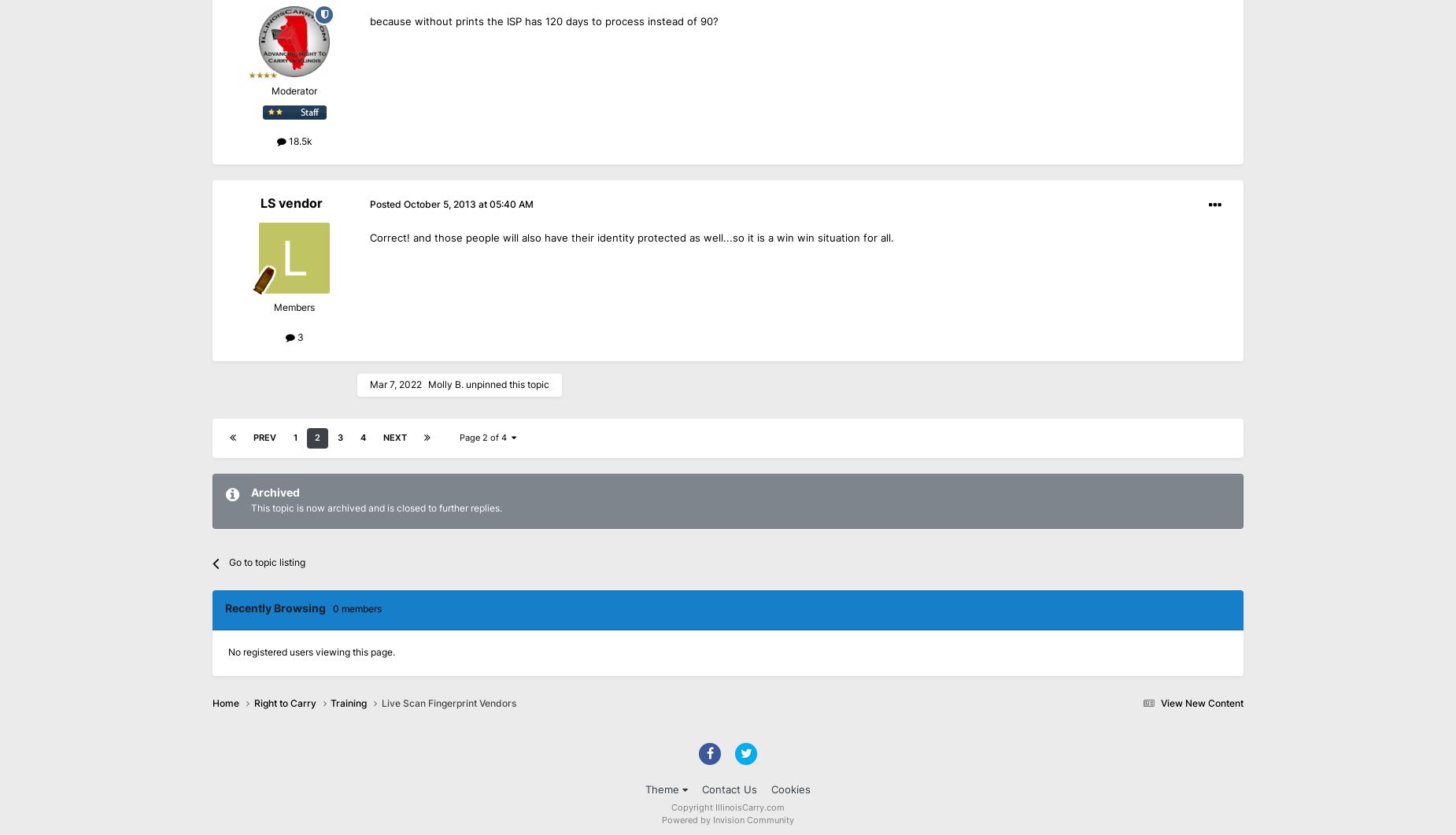  Describe the element at coordinates (663, 789) in the screenshot. I see `'Theme'` at that location.